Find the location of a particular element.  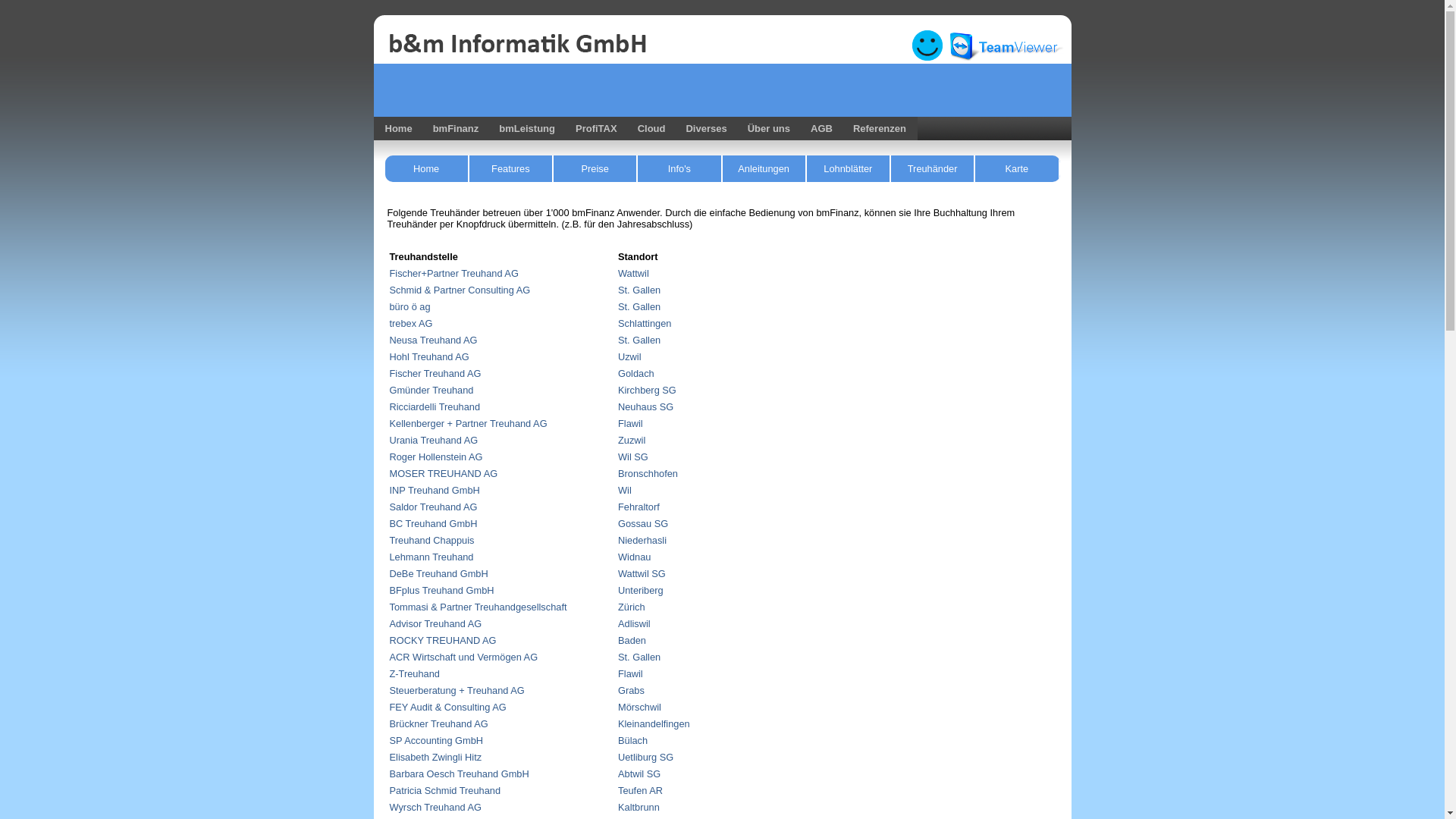

'Kellenberger + Partner Treuhand AG' is located at coordinates (468, 423).